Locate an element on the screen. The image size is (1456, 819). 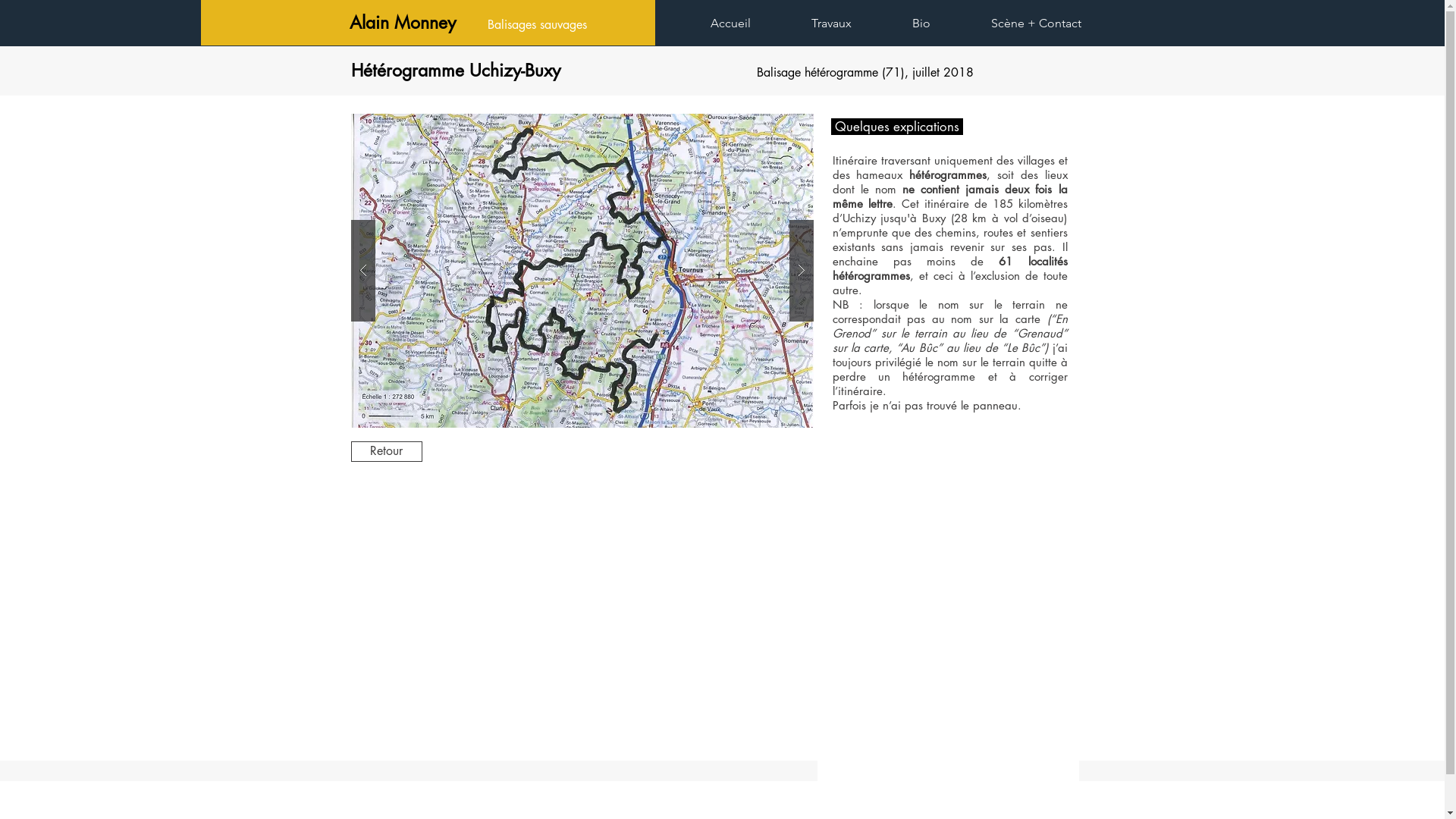
'Accueil' is located at coordinates (749, 23).